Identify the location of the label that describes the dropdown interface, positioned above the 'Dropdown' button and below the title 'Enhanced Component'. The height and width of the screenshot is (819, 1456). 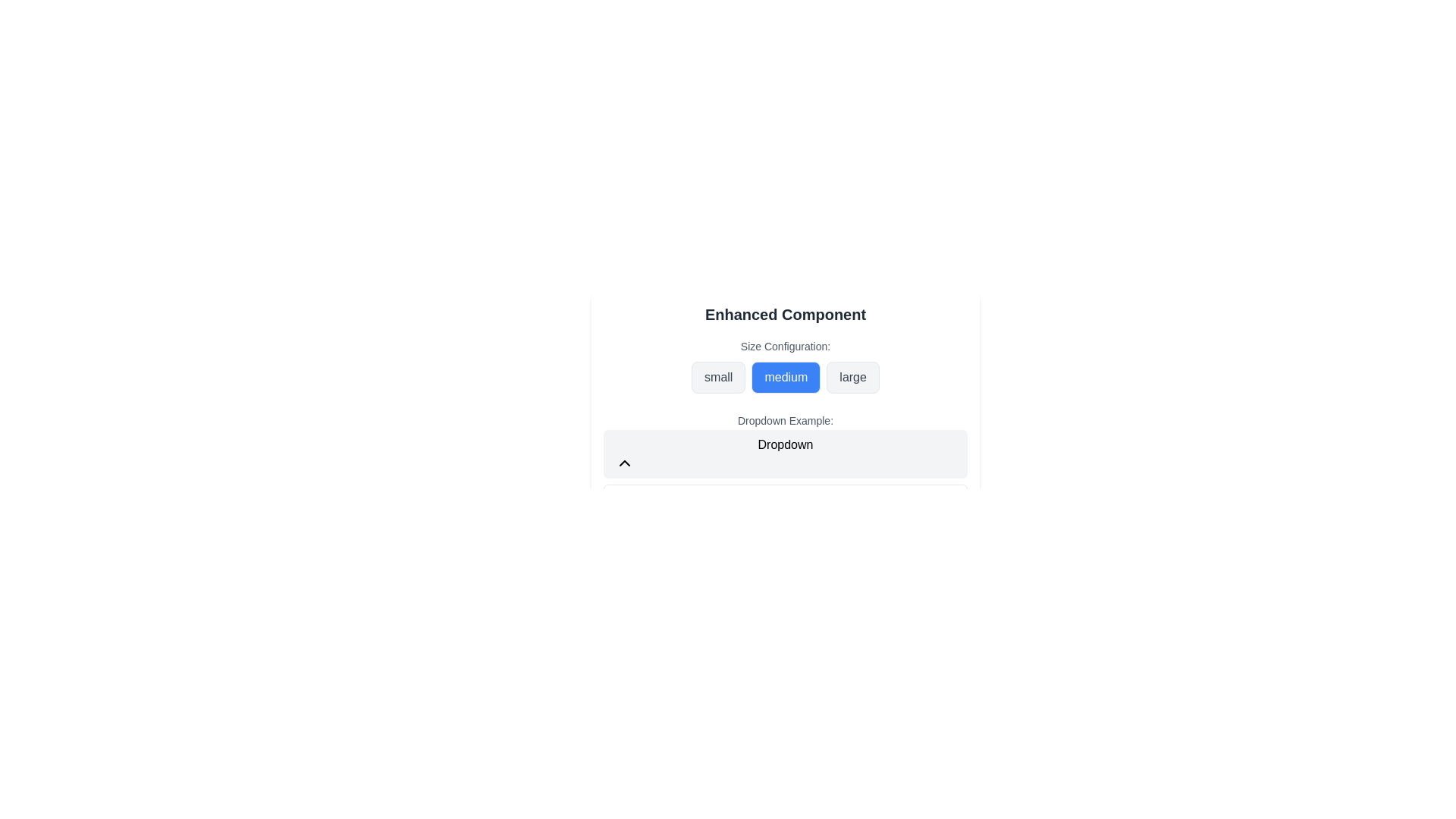
(786, 421).